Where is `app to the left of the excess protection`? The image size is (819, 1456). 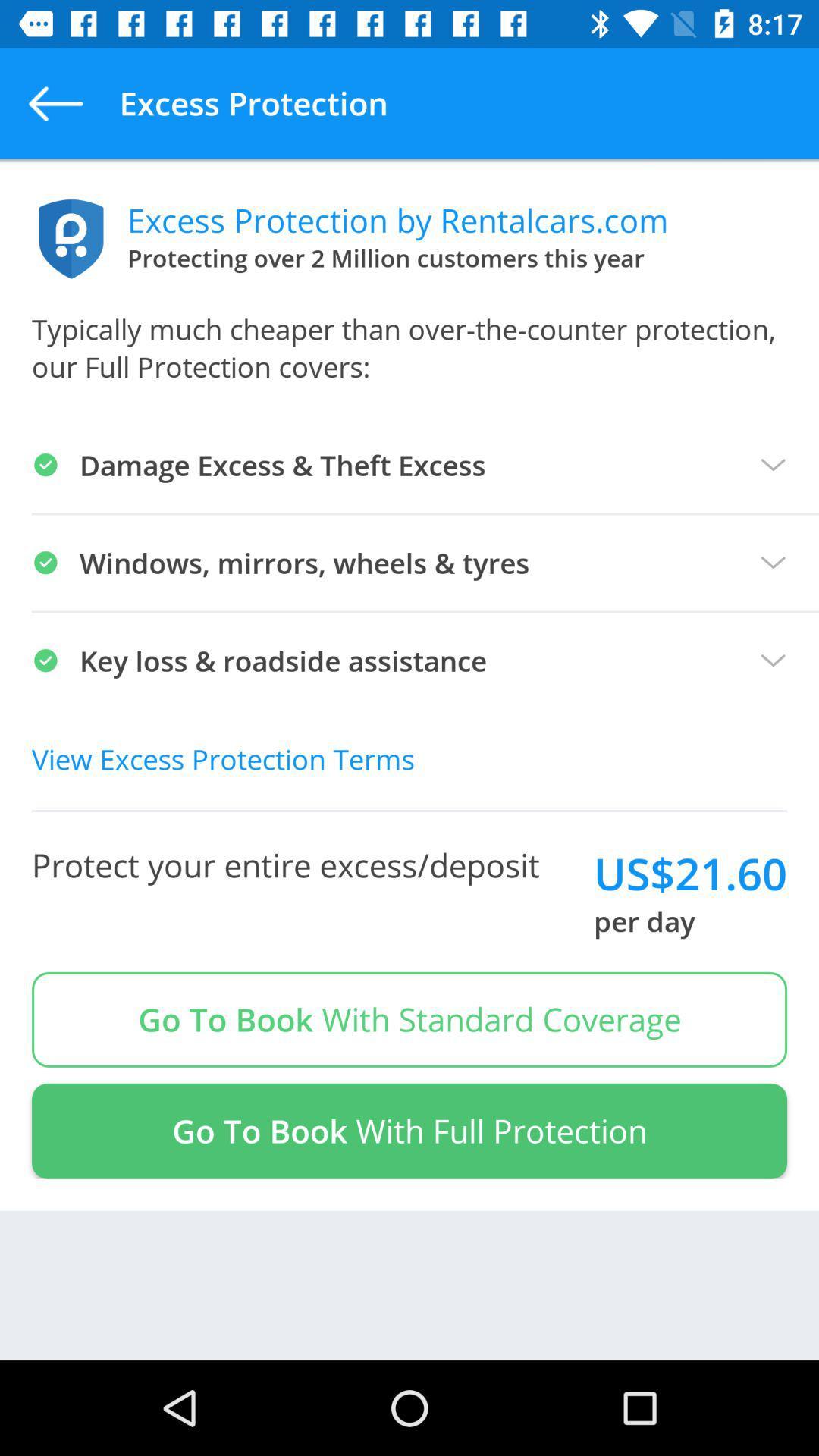 app to the left of the excess protection is located at coordinates (55, 102).